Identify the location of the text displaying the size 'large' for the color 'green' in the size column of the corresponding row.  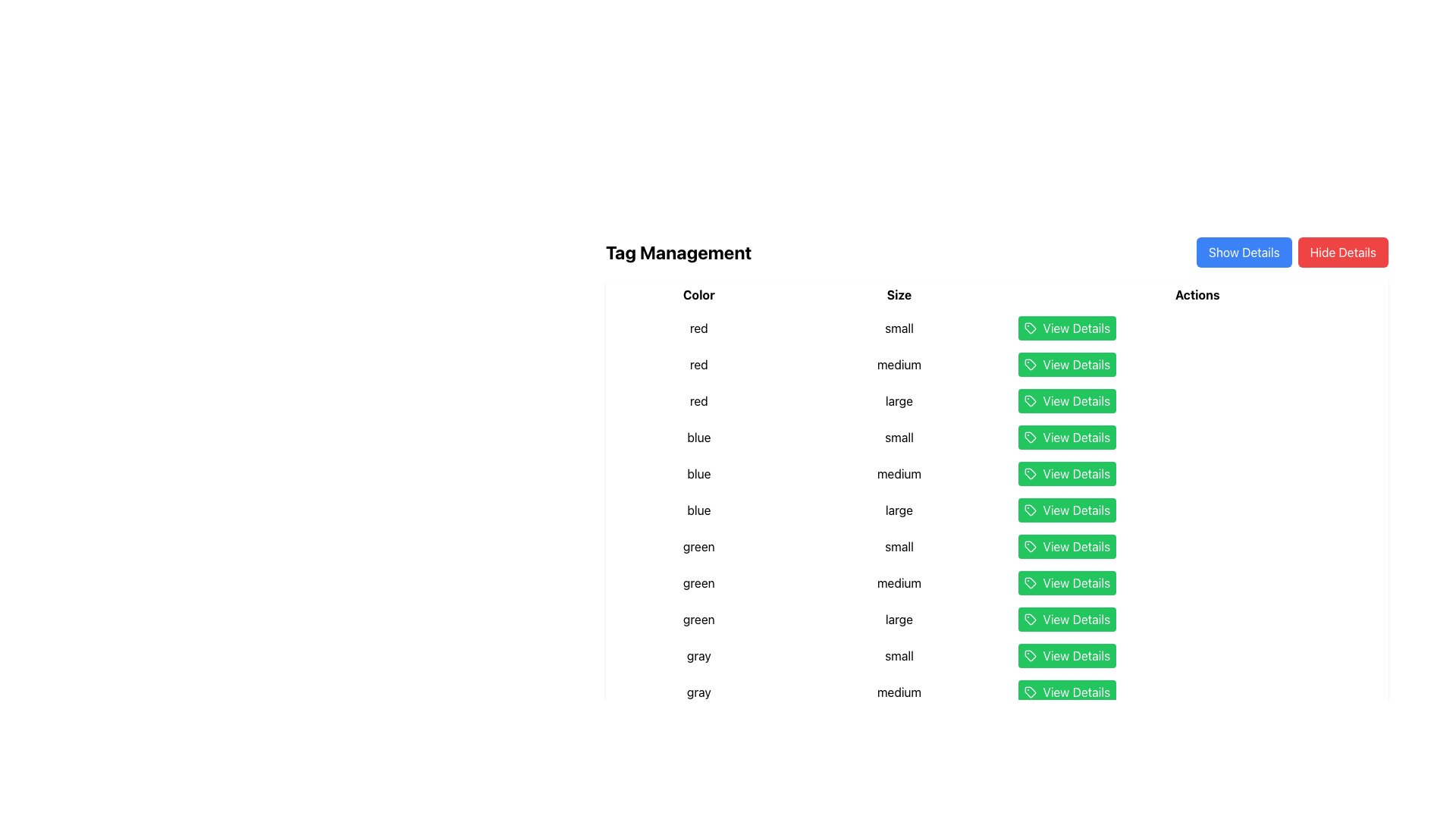
(899, 620).